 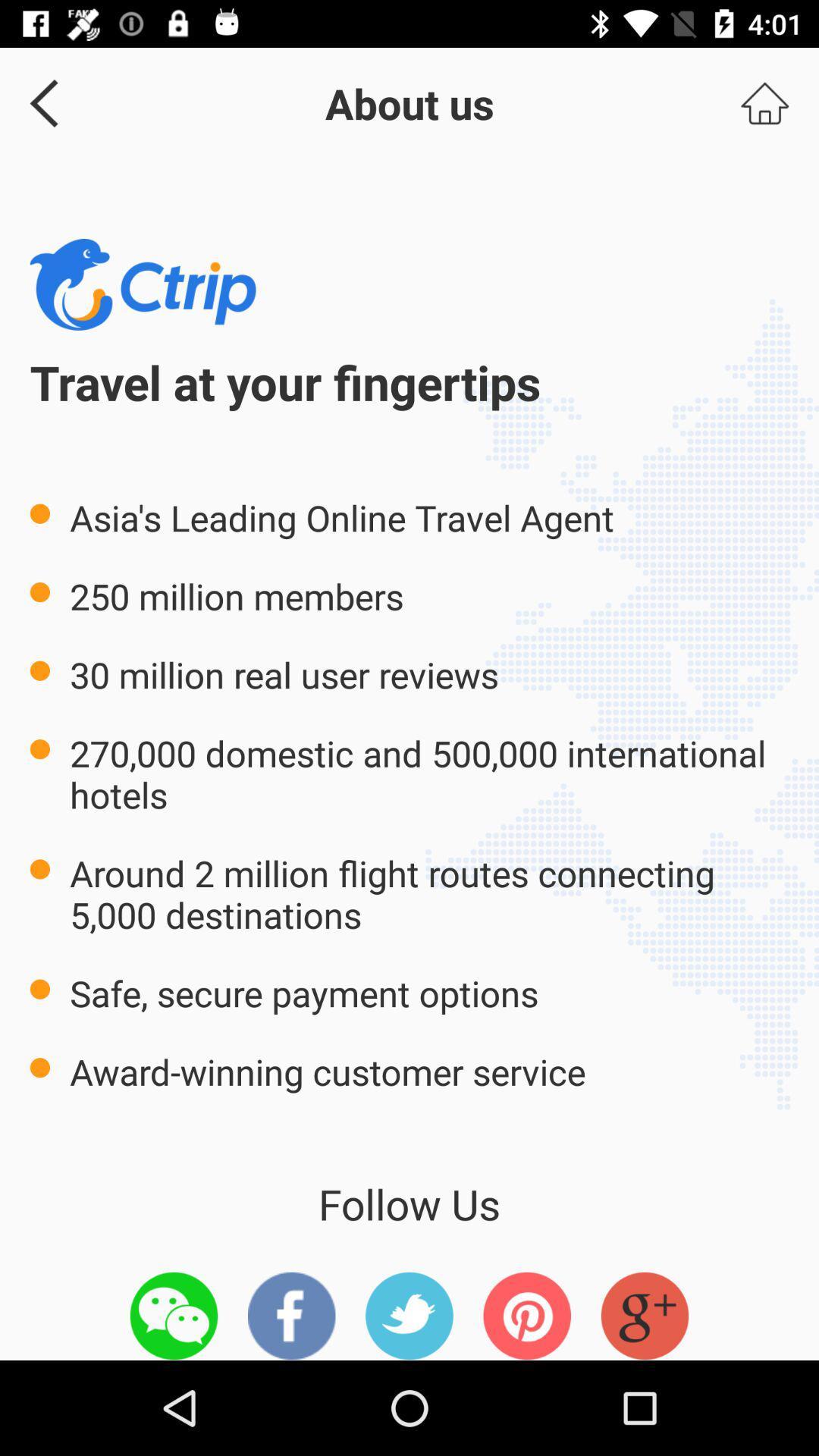 I want to click on follow on facebook, so click(x=291, y=1315).